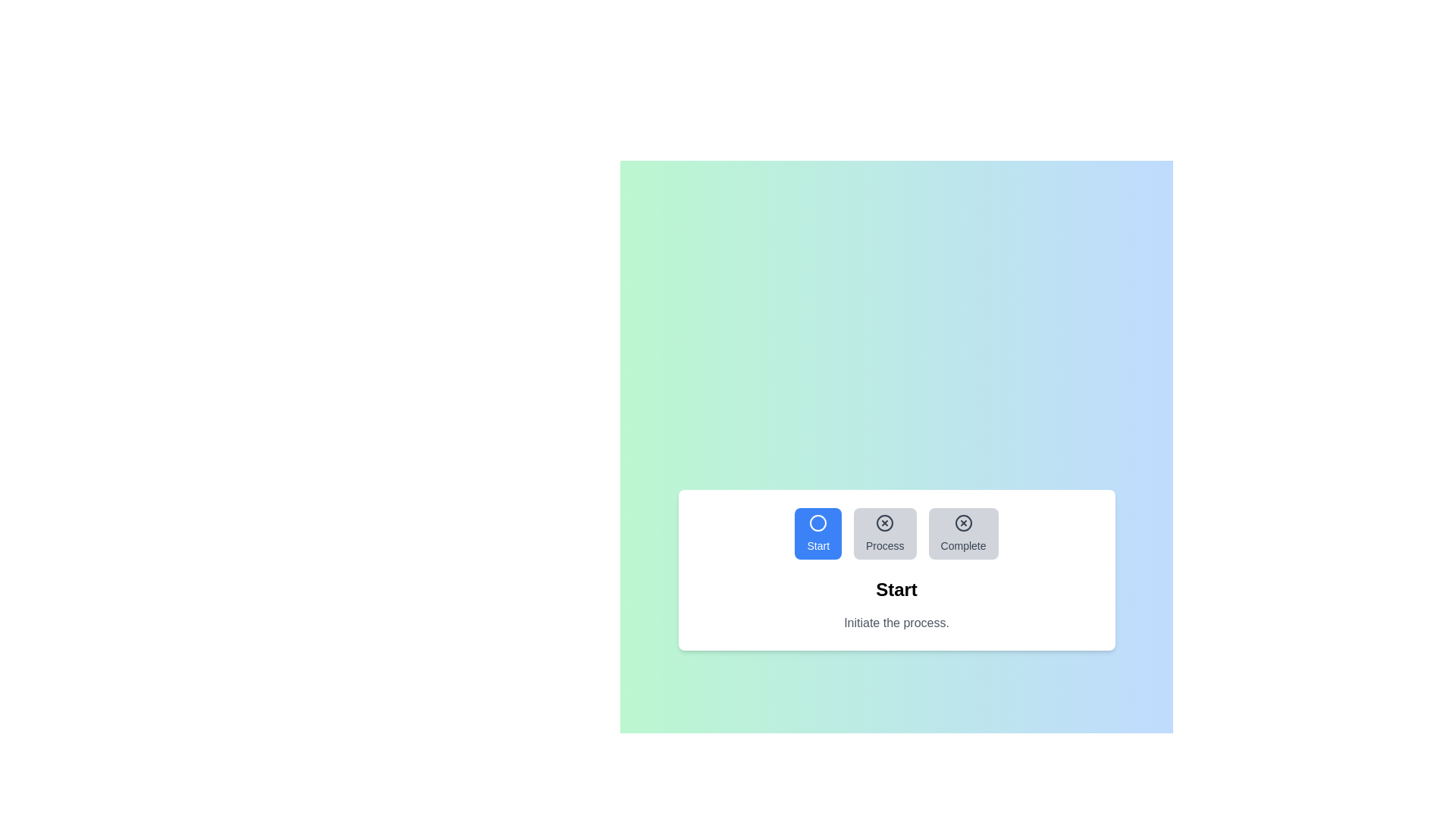  I want to click on the circular icon with a cross inside it, located near the top center of the 'Complete' button, so click(962, 522).